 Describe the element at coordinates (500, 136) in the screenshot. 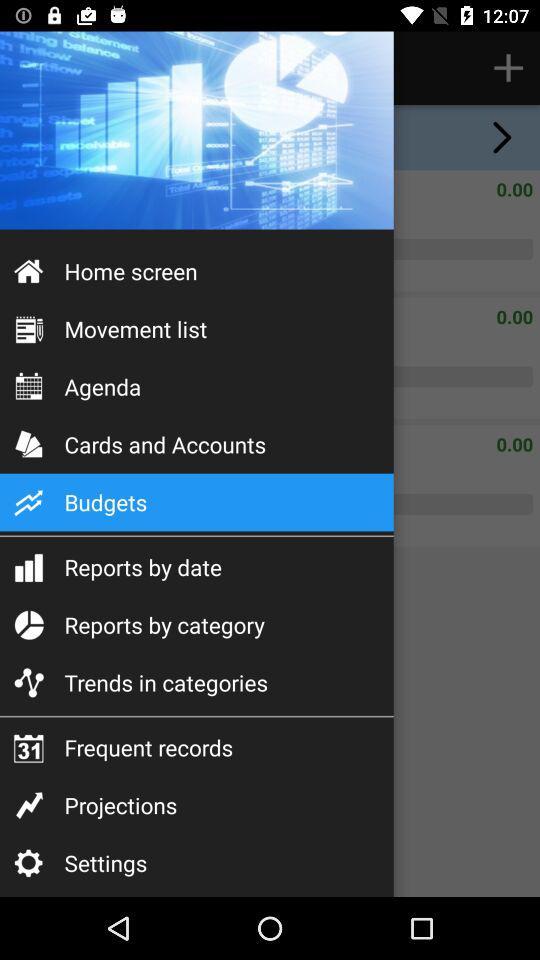

I see `the arrow_forward icon` at that location.